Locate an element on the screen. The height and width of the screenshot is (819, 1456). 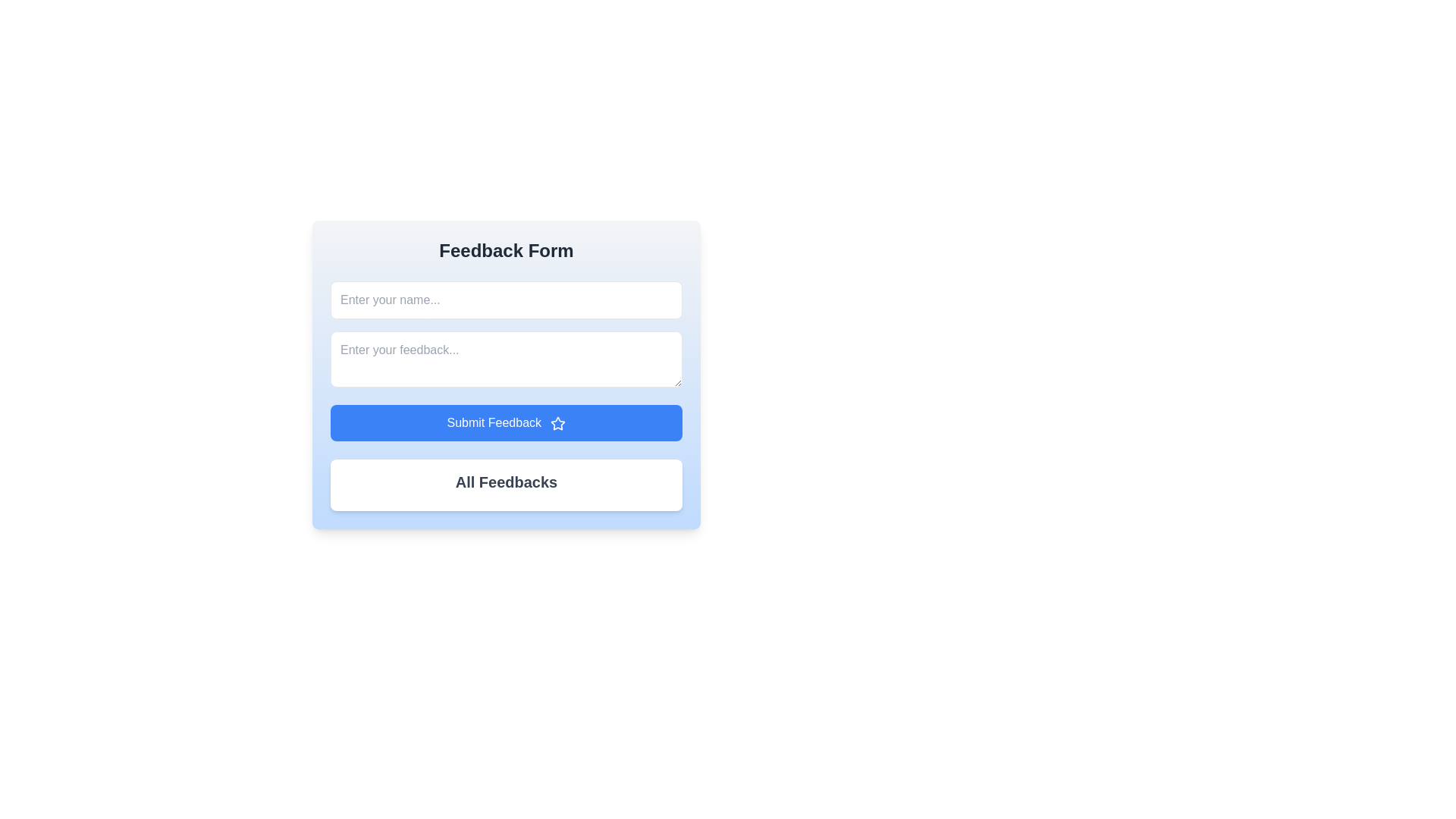
the decorative icon located to the right of the 'Submit Feedback' button, which enhances the button's action-oriented nature is located at coordinates (557, 423).